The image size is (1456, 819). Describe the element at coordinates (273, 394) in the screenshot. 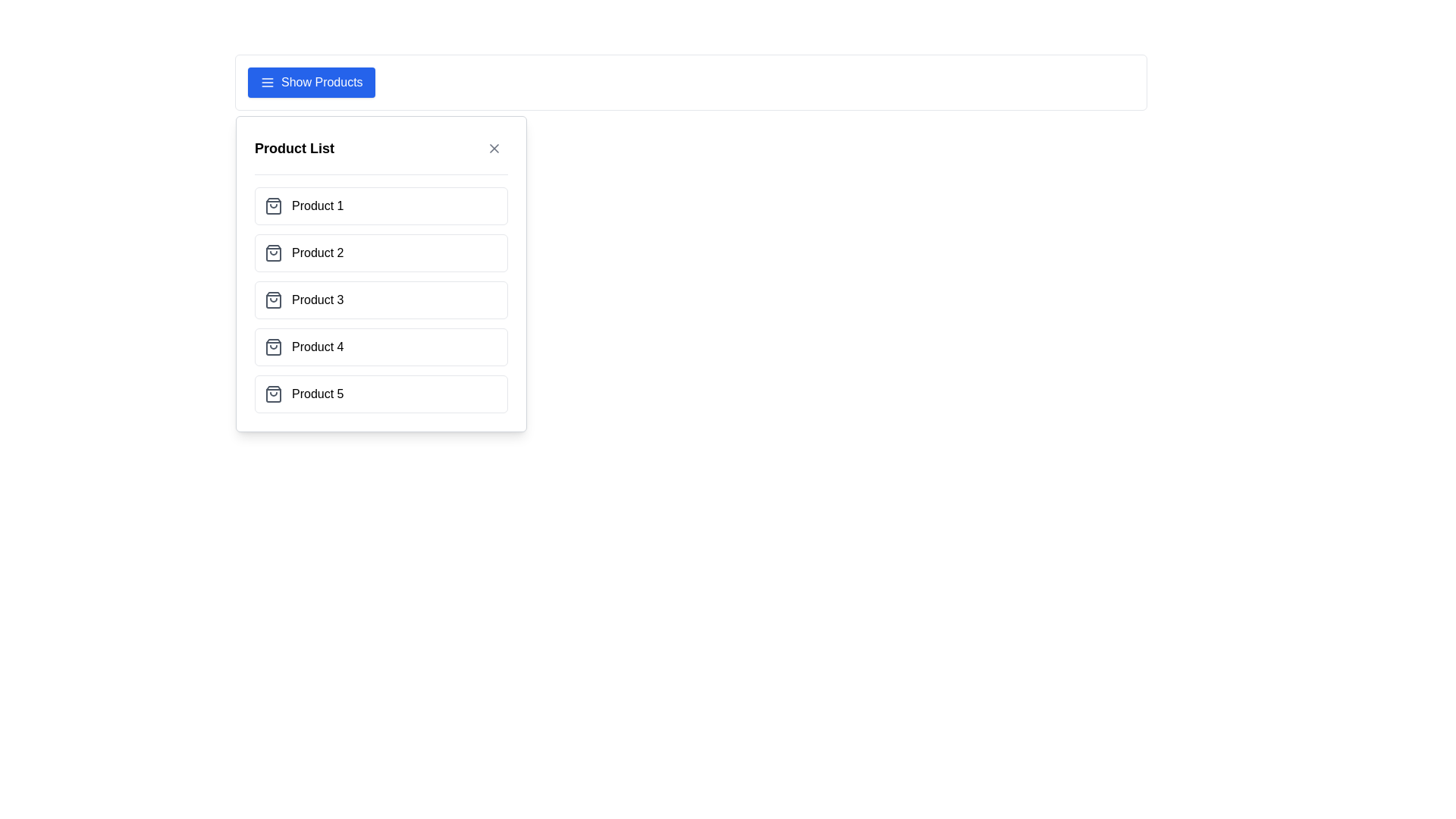

I see `the shopping bag icon located at the beginning of the list item labeled 'Product 5', which has a gray outline and no internal fill` at that location.